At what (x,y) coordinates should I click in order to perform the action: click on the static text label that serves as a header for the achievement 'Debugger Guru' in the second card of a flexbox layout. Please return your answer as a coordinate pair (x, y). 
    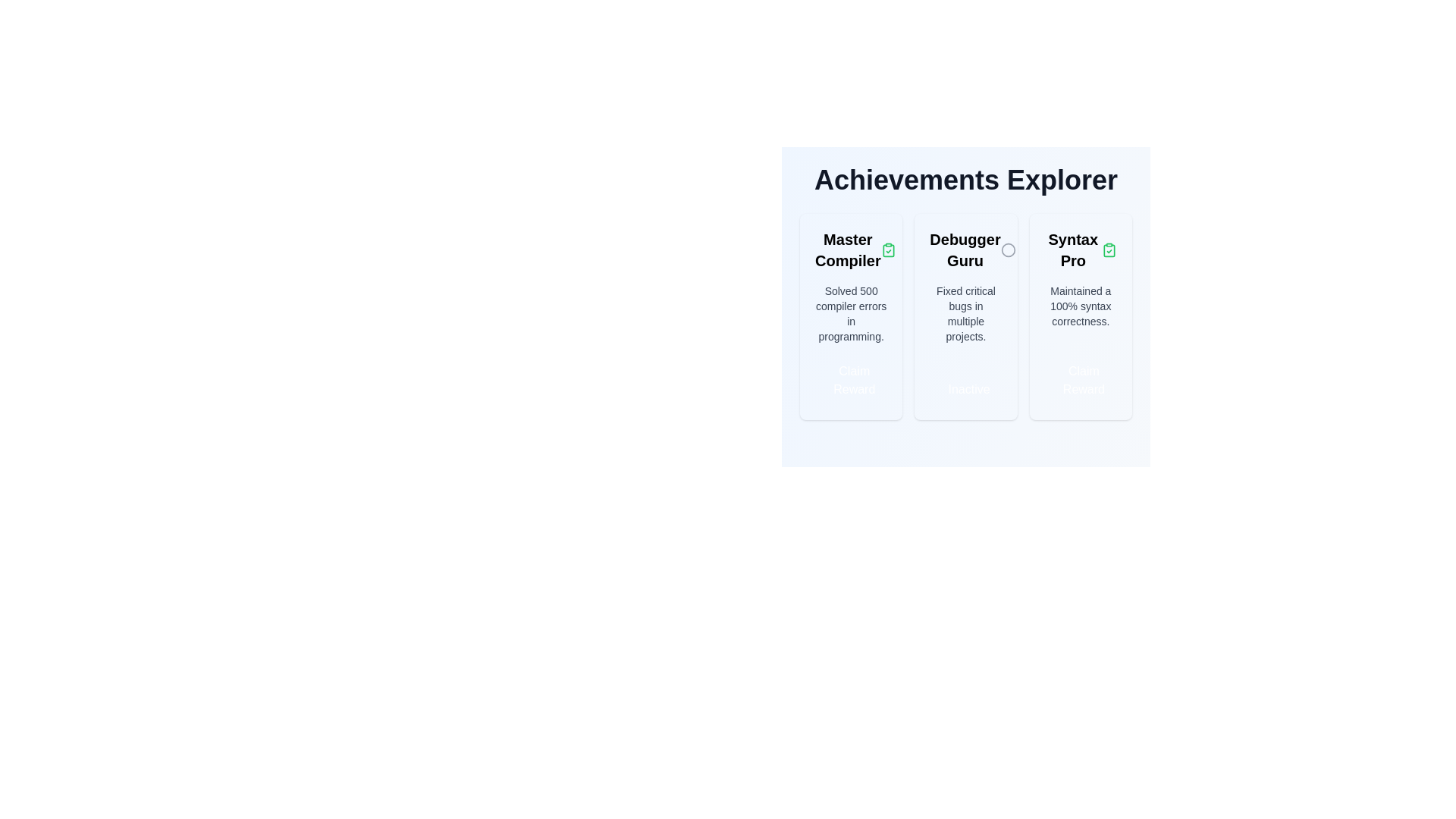
    Looking at the image, I should click on (964, 249).